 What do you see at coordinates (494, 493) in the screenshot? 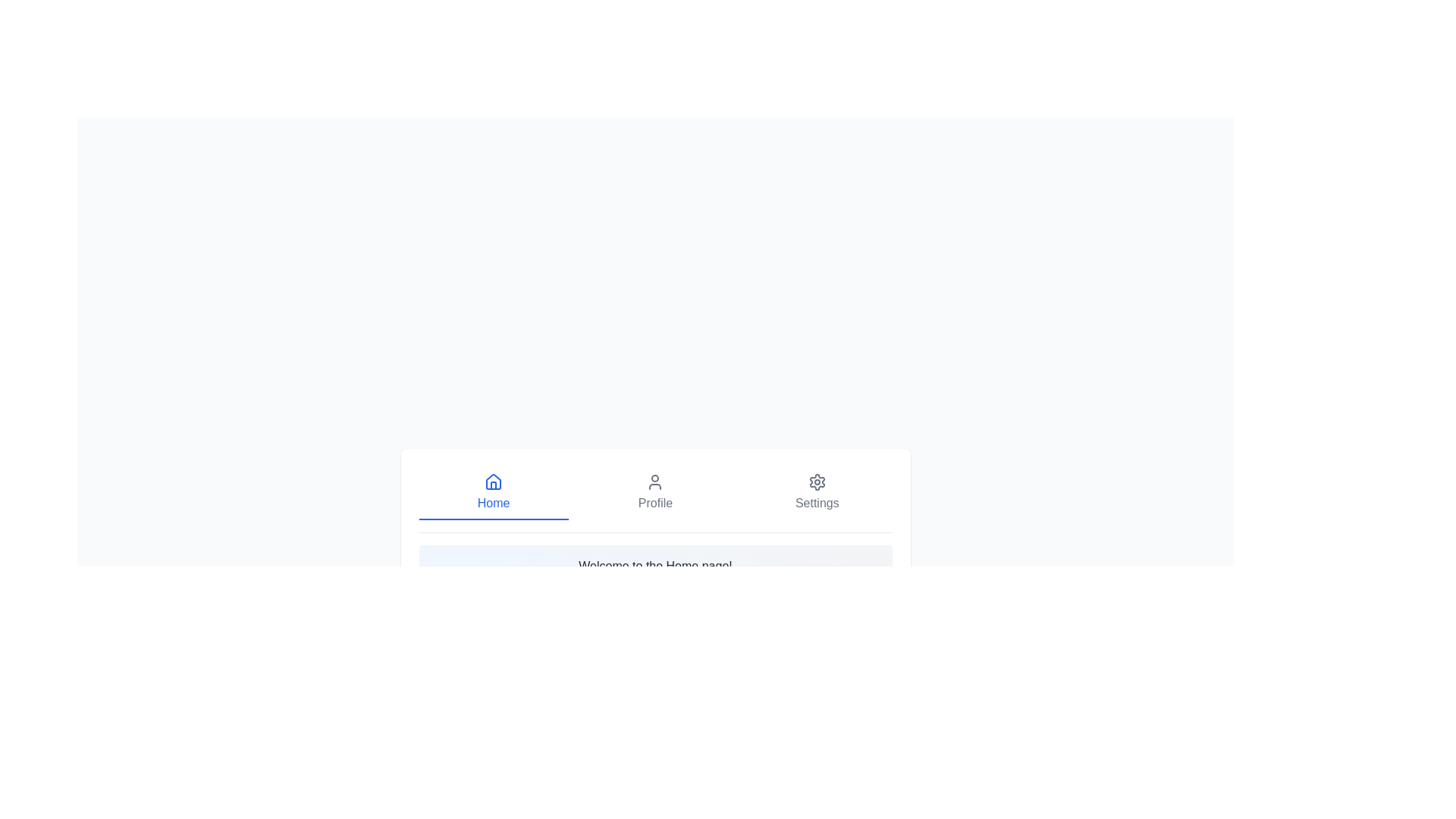
I see `the tab labeled Home and read the content displayed below` at bounding box center [494, 493].